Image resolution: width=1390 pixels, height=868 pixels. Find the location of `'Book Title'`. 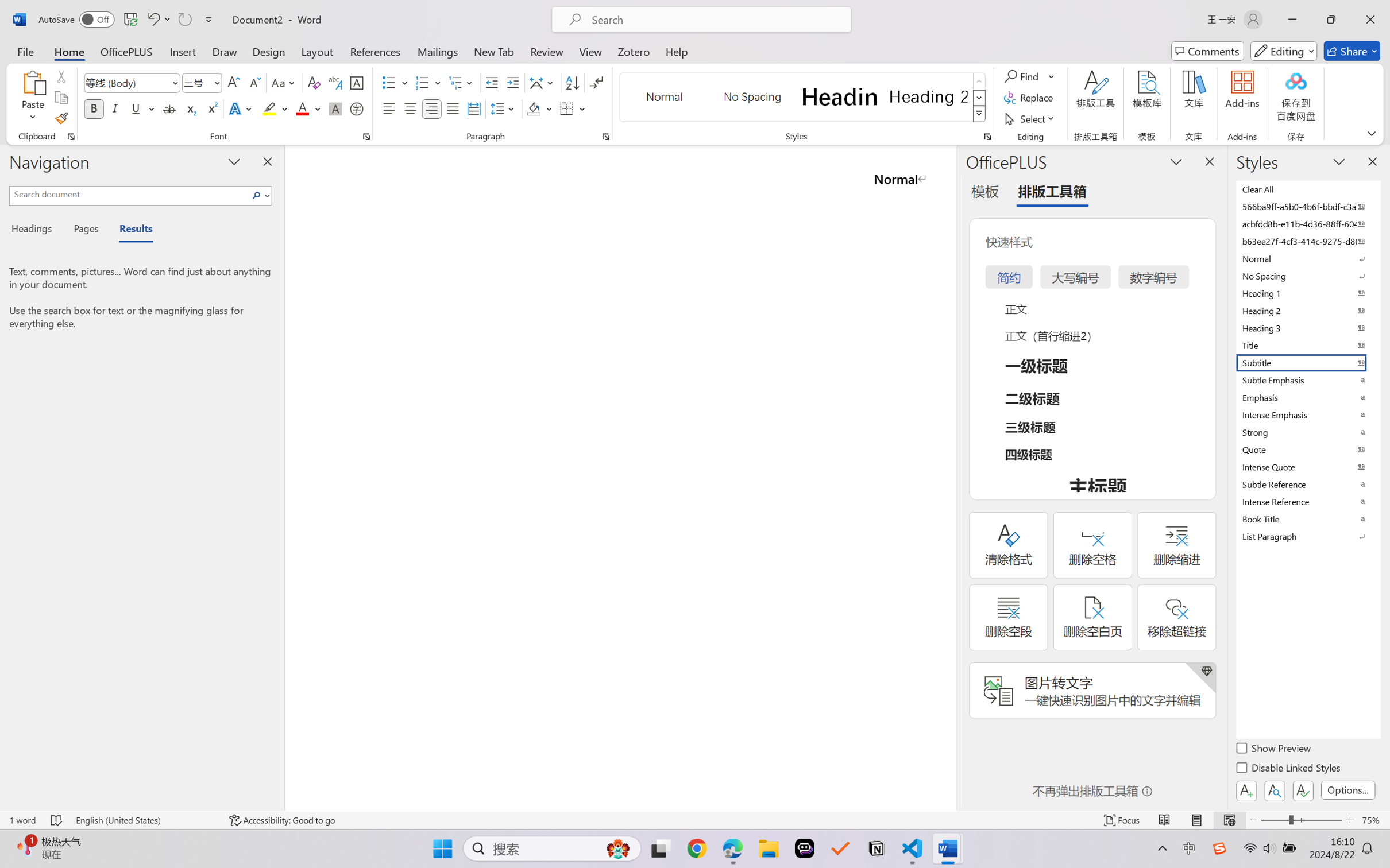

'Book Title' is located at coordinates (1307, 518).